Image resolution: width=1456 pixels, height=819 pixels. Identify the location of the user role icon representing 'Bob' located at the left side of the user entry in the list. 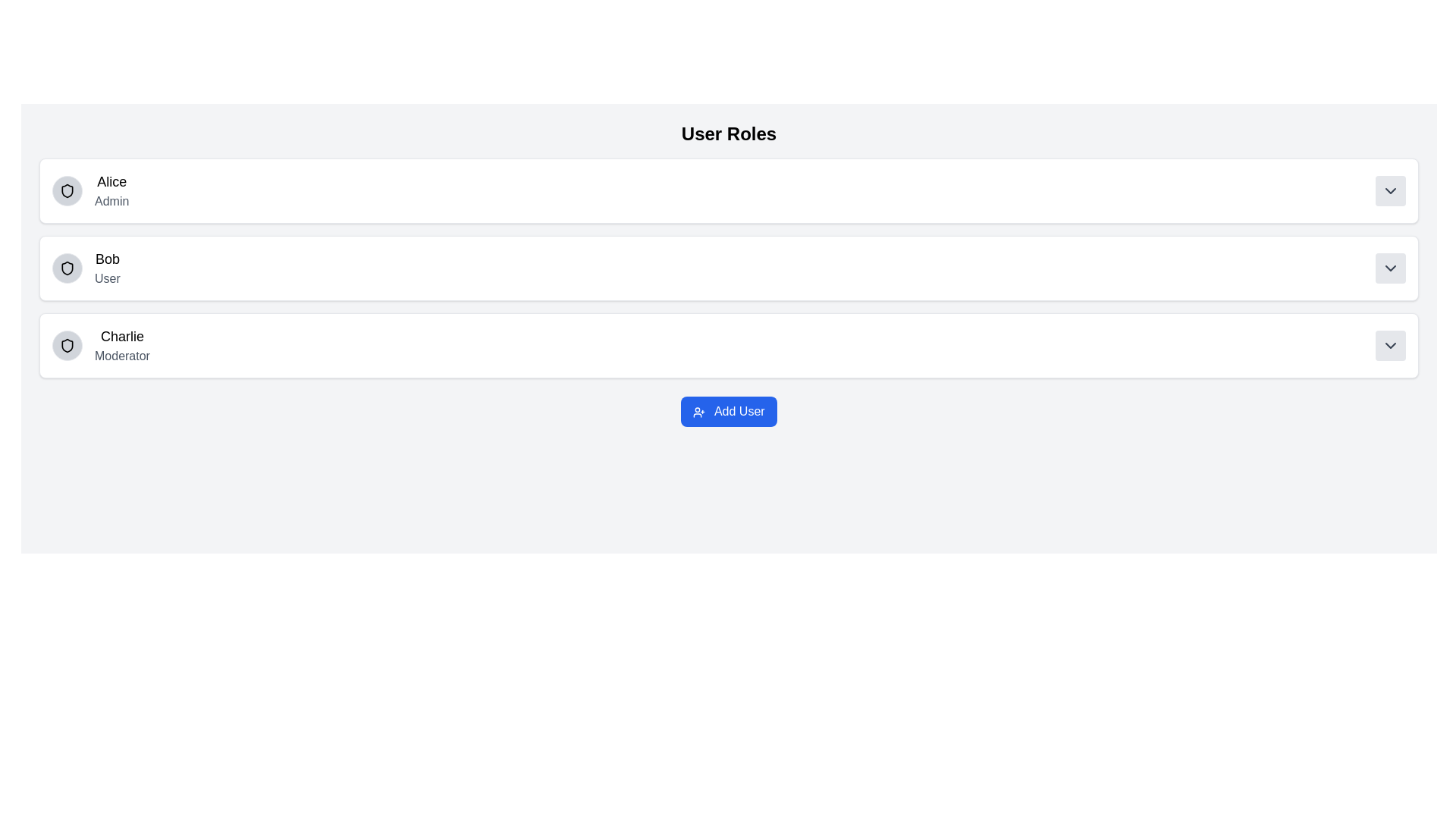
(67, 268).